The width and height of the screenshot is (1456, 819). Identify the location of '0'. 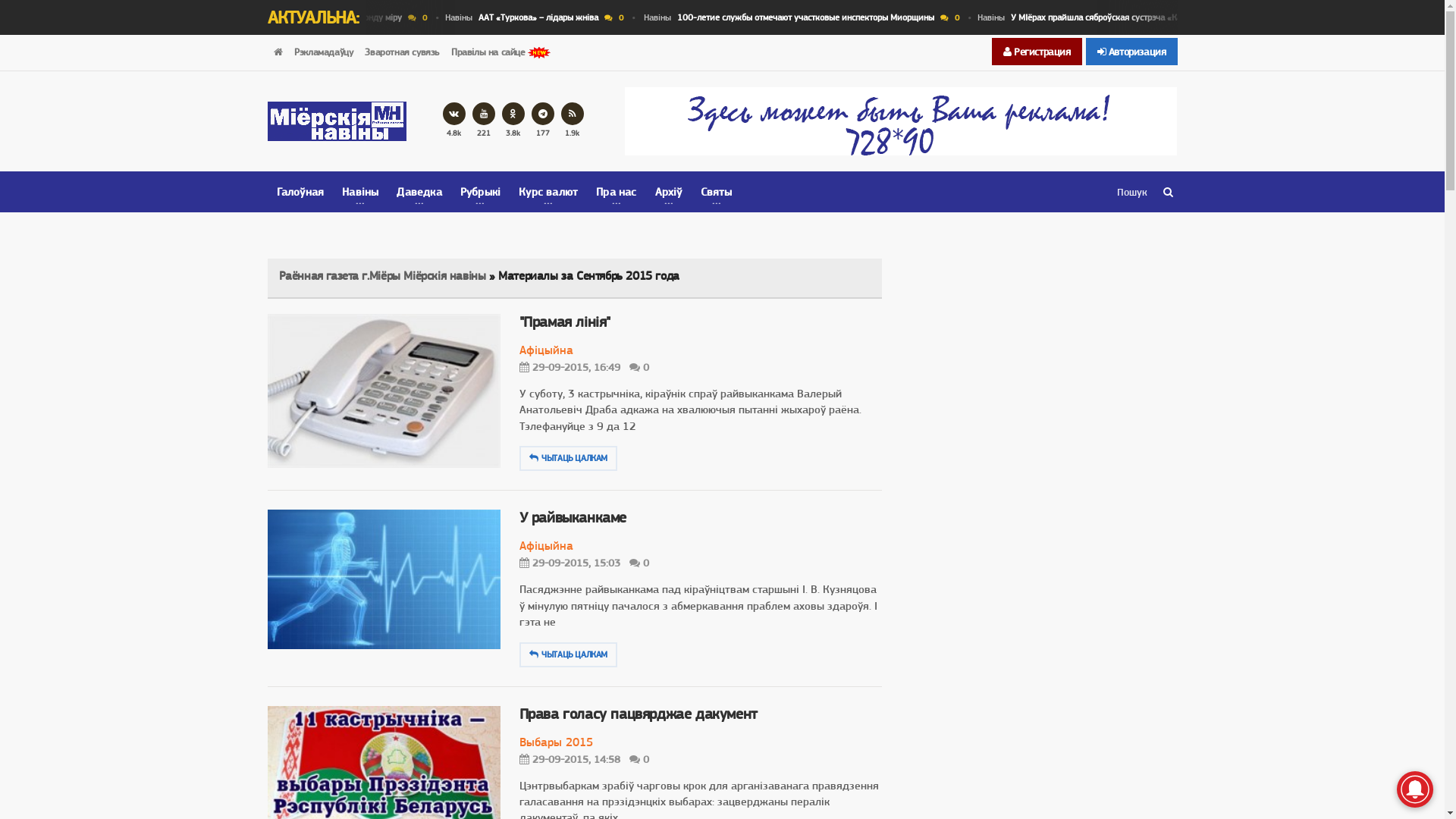
(1103, 17).